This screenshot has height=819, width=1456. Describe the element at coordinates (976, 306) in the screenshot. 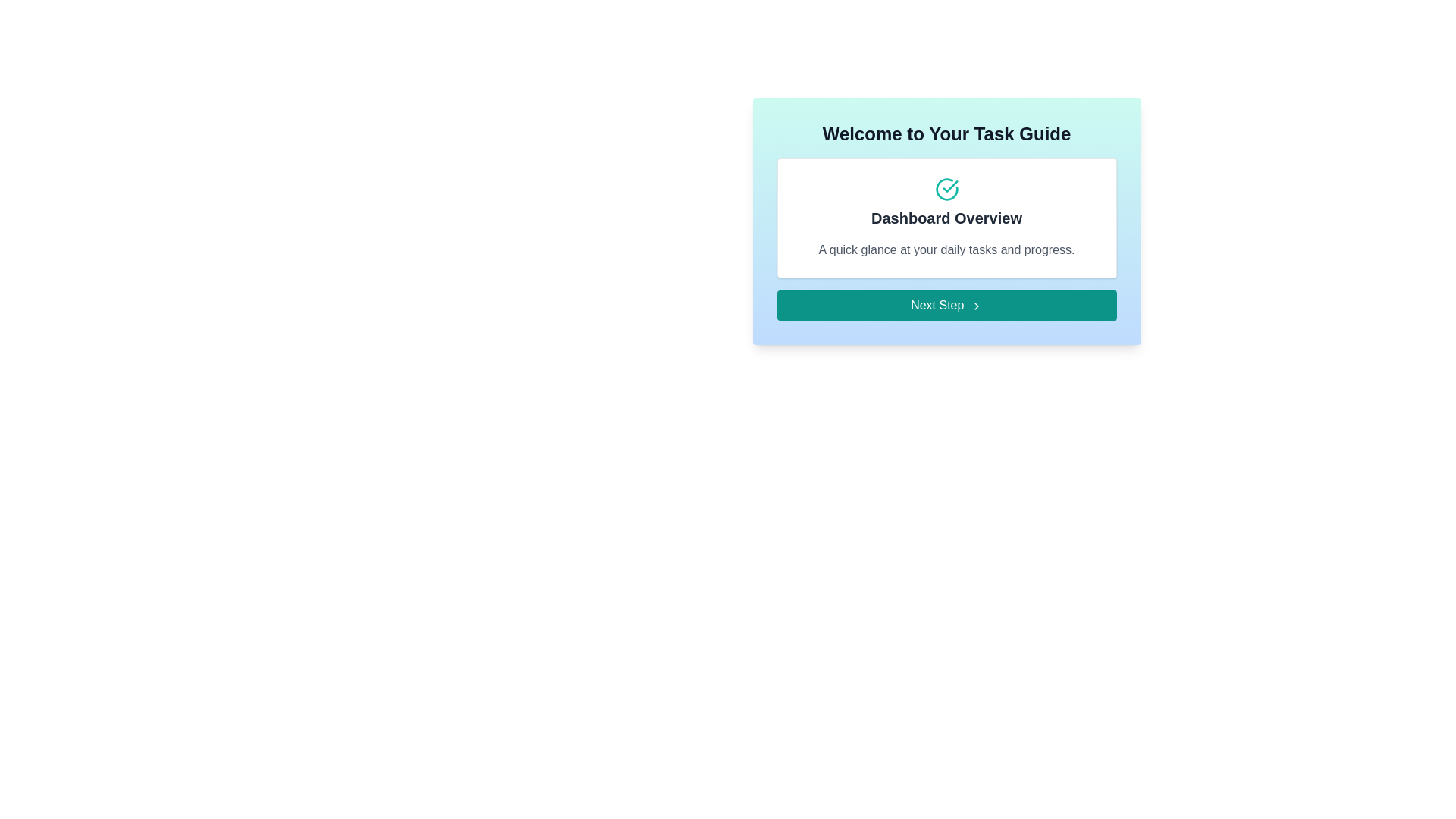

I see `the visual indicator icon located at the far right edge of the 'Next Step' button, which serves as a passive decorative element for navigation` at that location.